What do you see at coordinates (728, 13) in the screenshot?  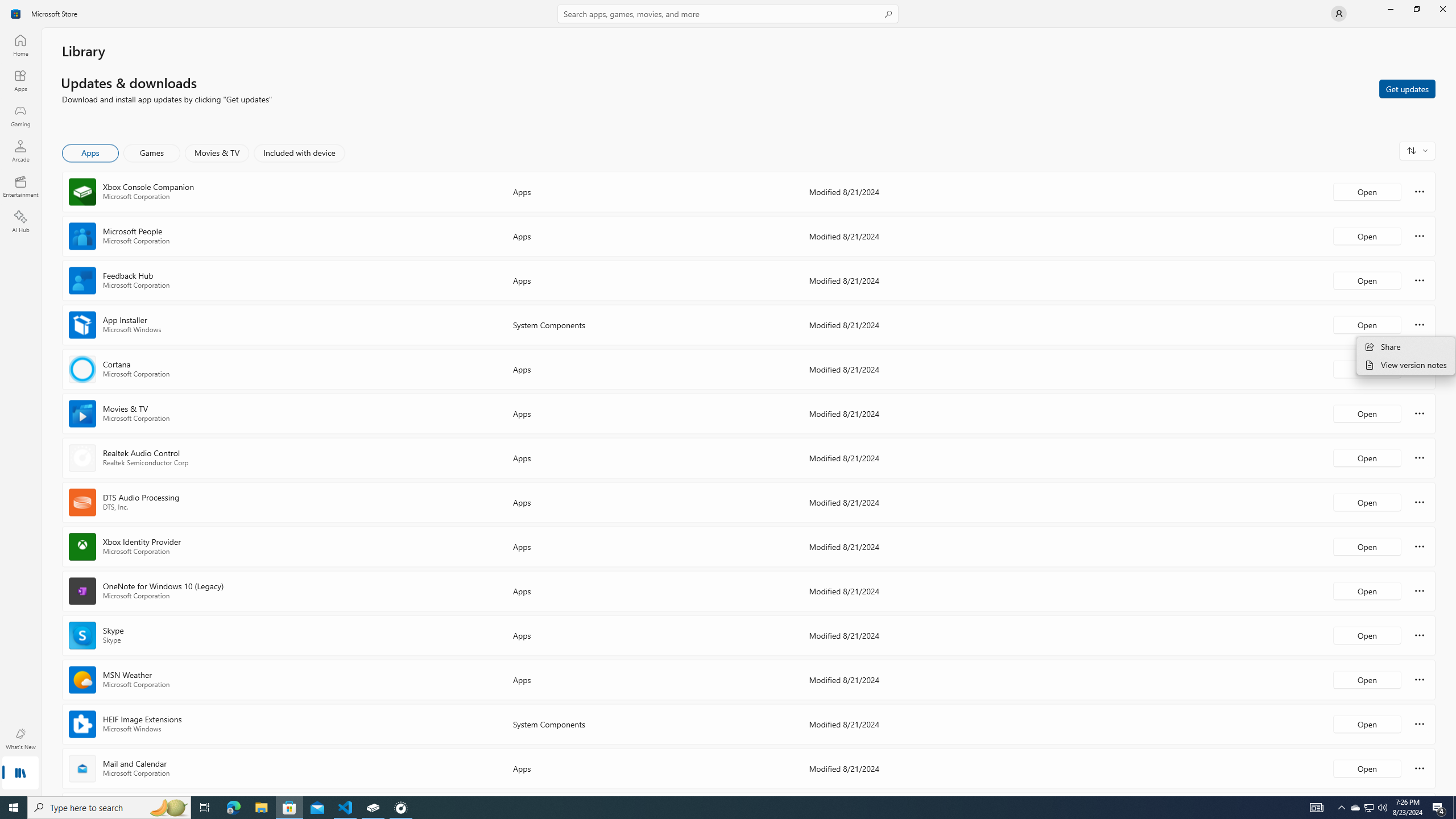 I see `'Search'` at bounding box center [728, 13].